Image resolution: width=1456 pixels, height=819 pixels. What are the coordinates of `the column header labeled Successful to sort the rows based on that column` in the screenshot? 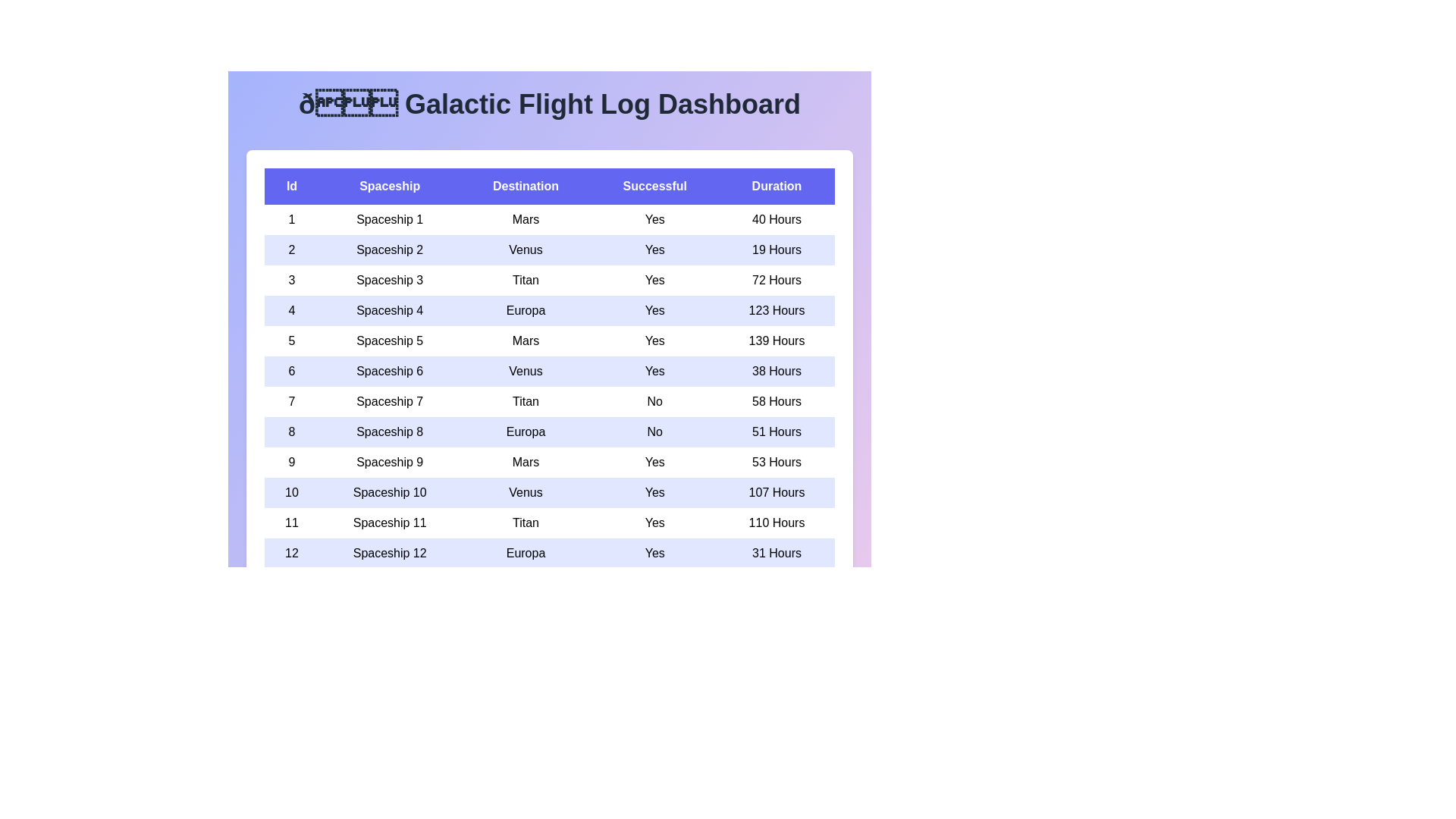 It's located at (654, 186).